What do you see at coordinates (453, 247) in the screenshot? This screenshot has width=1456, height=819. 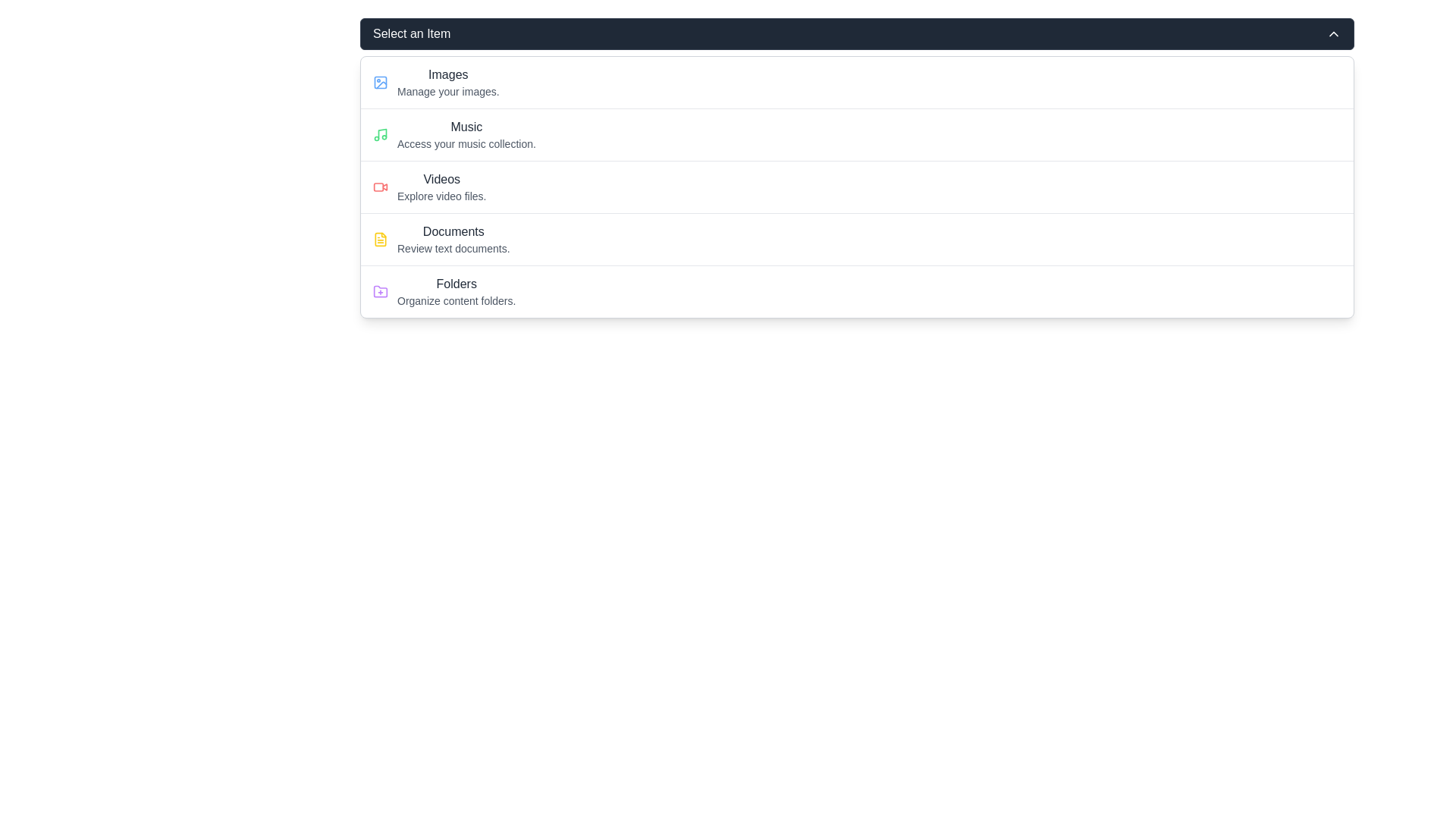 I see `the text label that provides additional descriptive context for the 'Documents' menu item, located directly below the 'Documents' title and to the right of the corresponding icon` at bounding box center [453, 247].